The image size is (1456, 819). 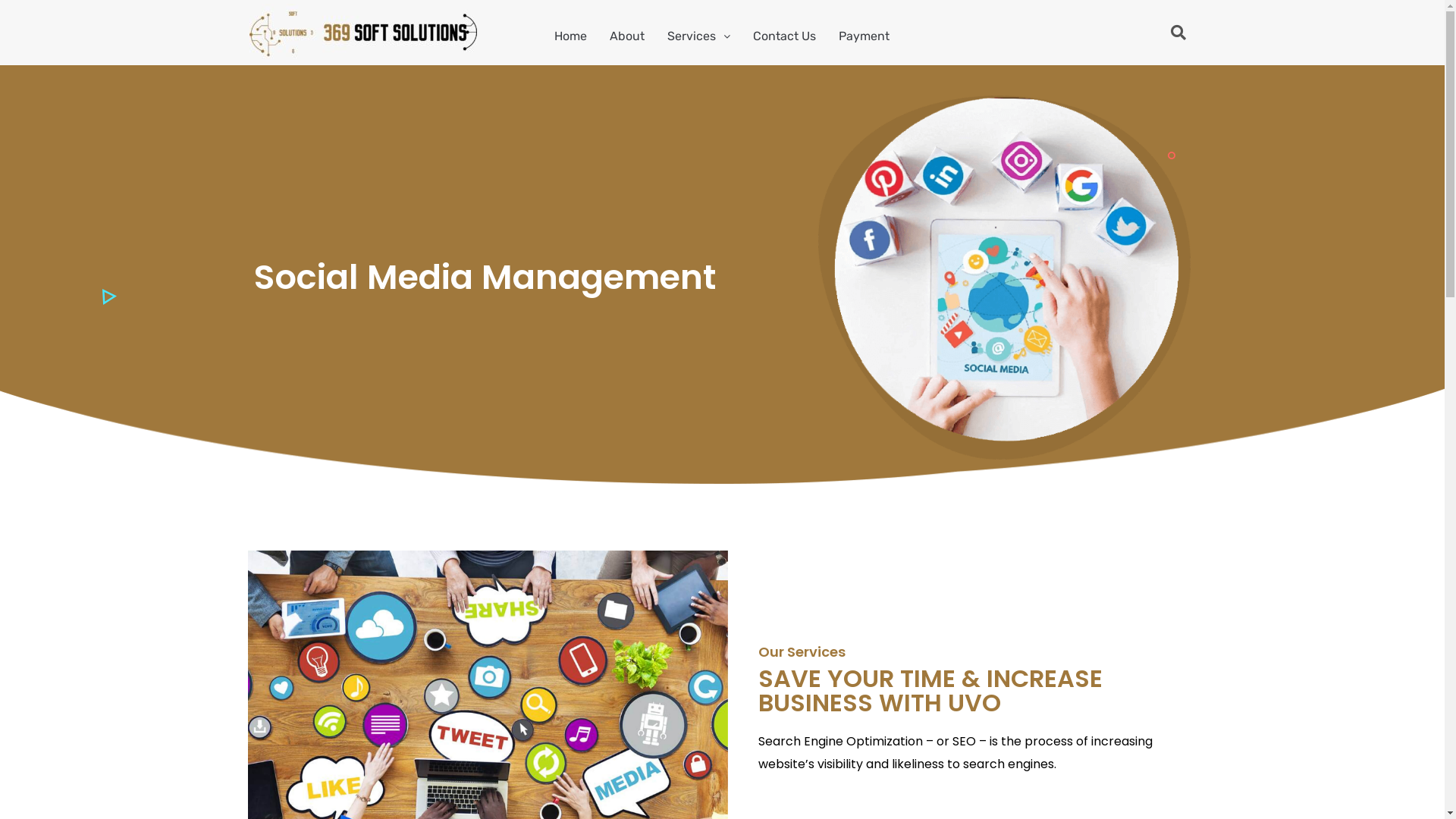 What do you see at coordinates (826, 35) in the screenshot?
I see `'Payment'` at bounding box center [826, 35].